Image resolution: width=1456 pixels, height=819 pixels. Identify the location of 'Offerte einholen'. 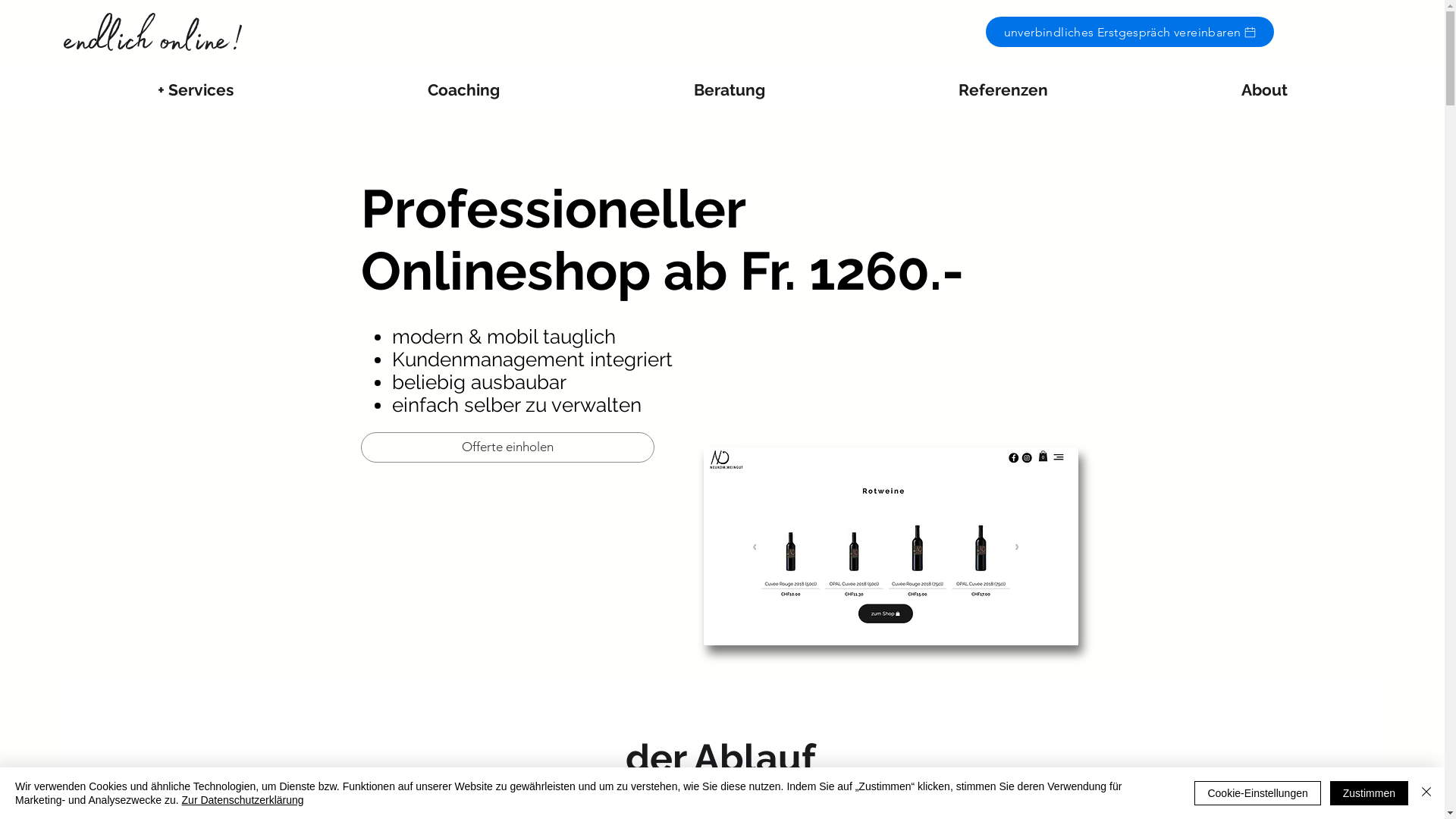
(507, 447).